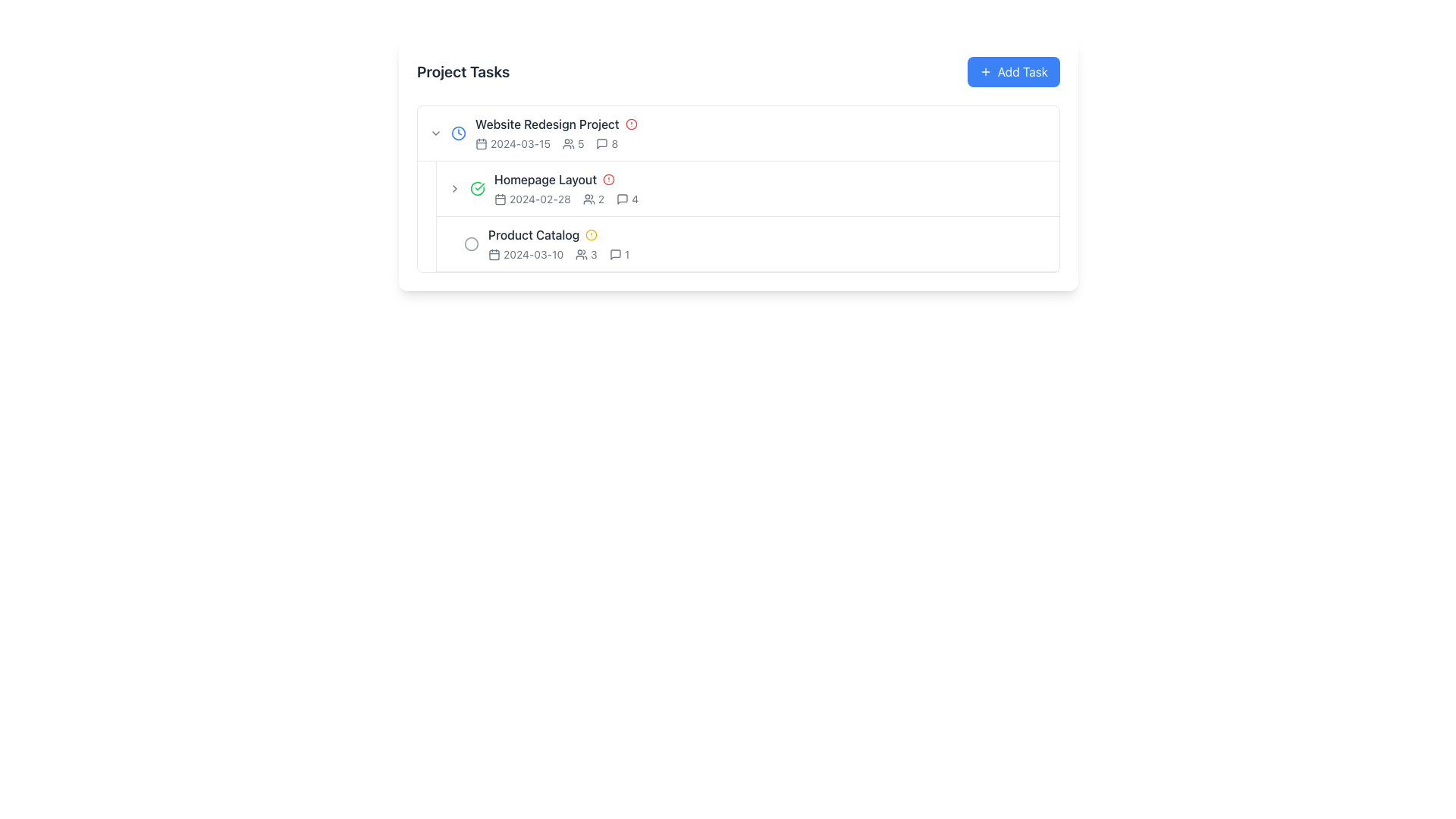  I want to click on the circular icon that visually represents a task's status or type, located near the beginning of the 'Product Catalog' row in the task list, so click(471, 243).